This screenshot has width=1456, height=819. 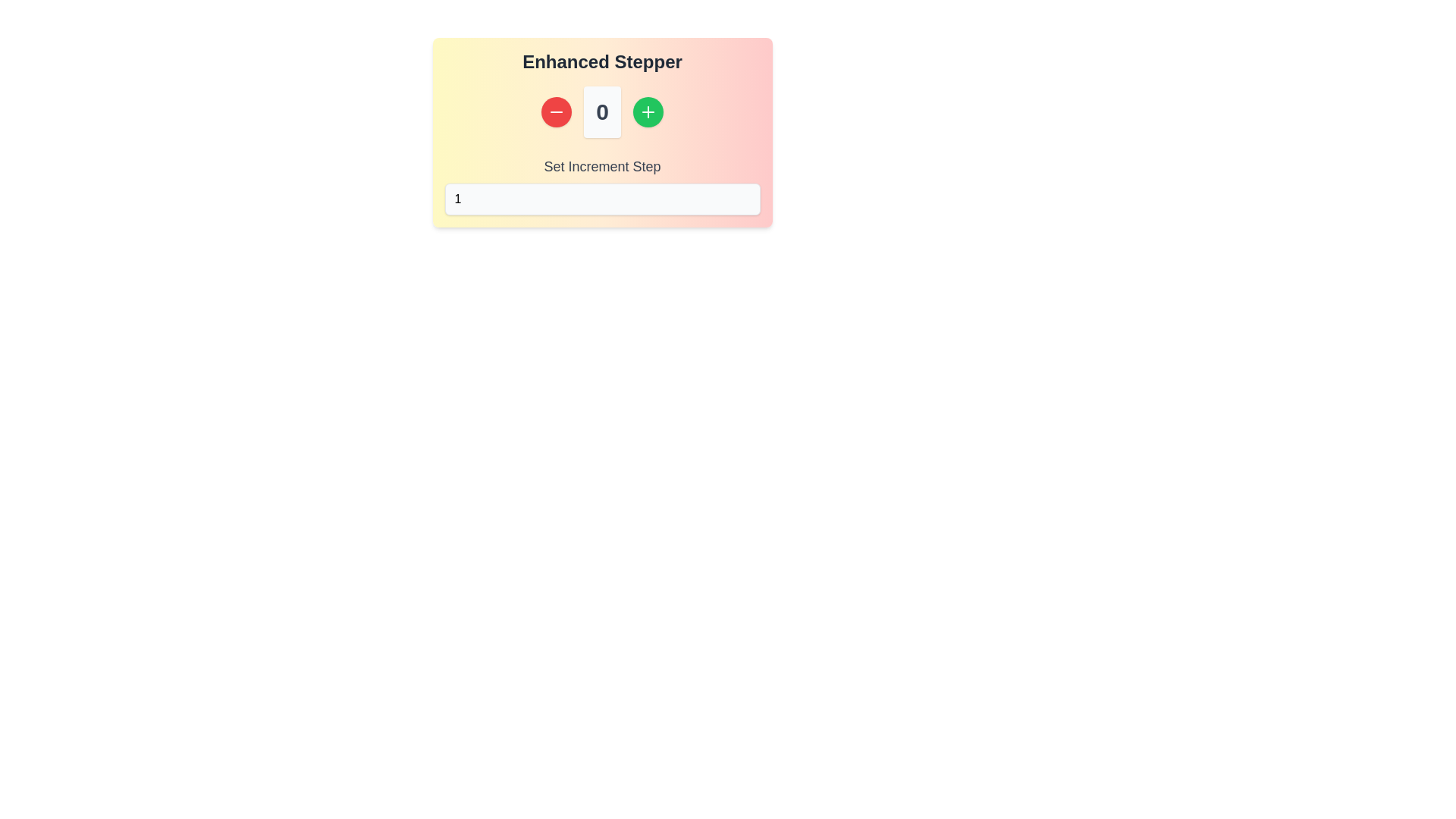 I want to click on the increment button located on the center-right side of the control panel interface, so click(x=648, y=111).